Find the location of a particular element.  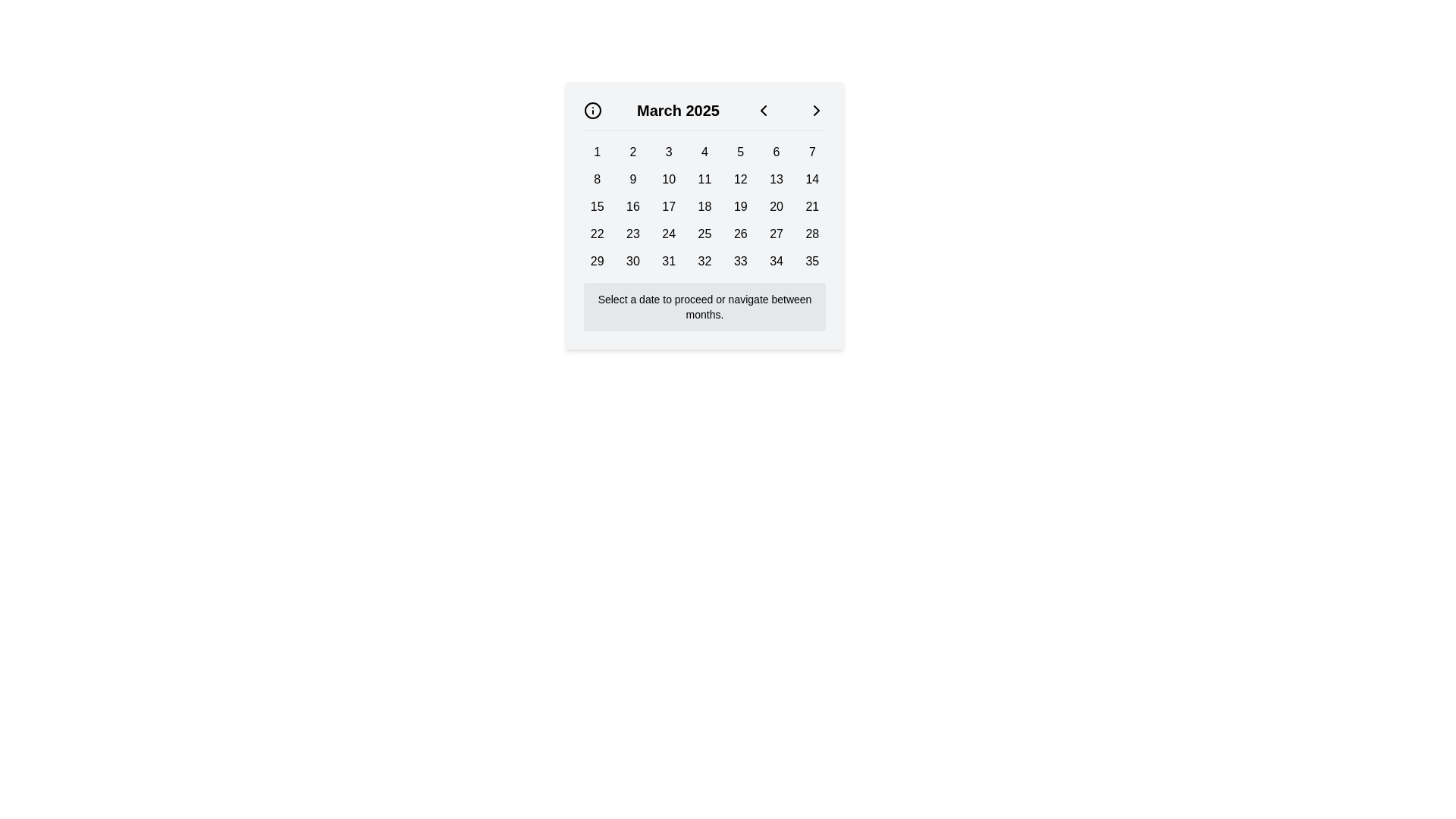

the button is located at coordinates (596, 260).